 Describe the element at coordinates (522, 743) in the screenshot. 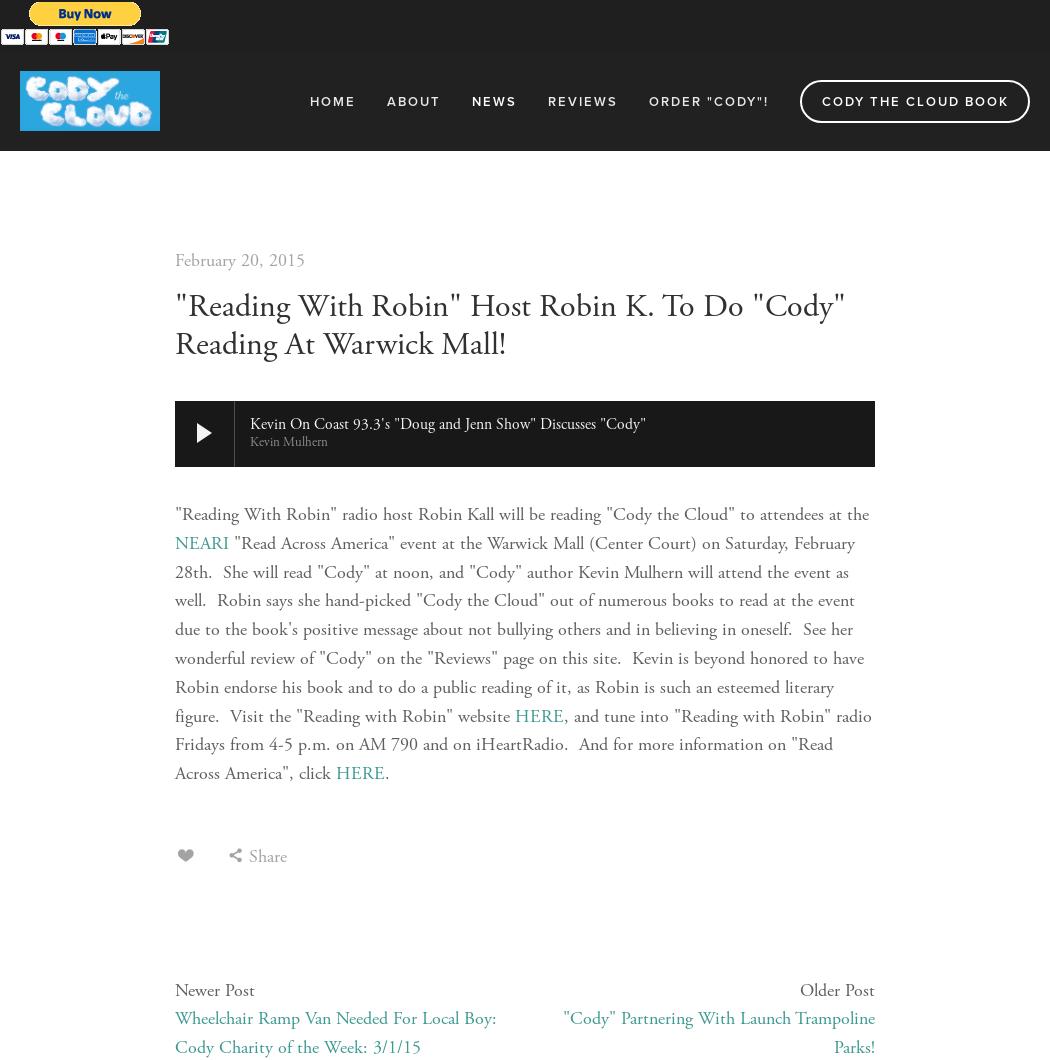

I see `', and tune into "Reading with Robin" radio Fridays from 4-5 p.m. on AM 790 and on iHeartRadio.  And for more information on "Read Across America", click'` at that location.